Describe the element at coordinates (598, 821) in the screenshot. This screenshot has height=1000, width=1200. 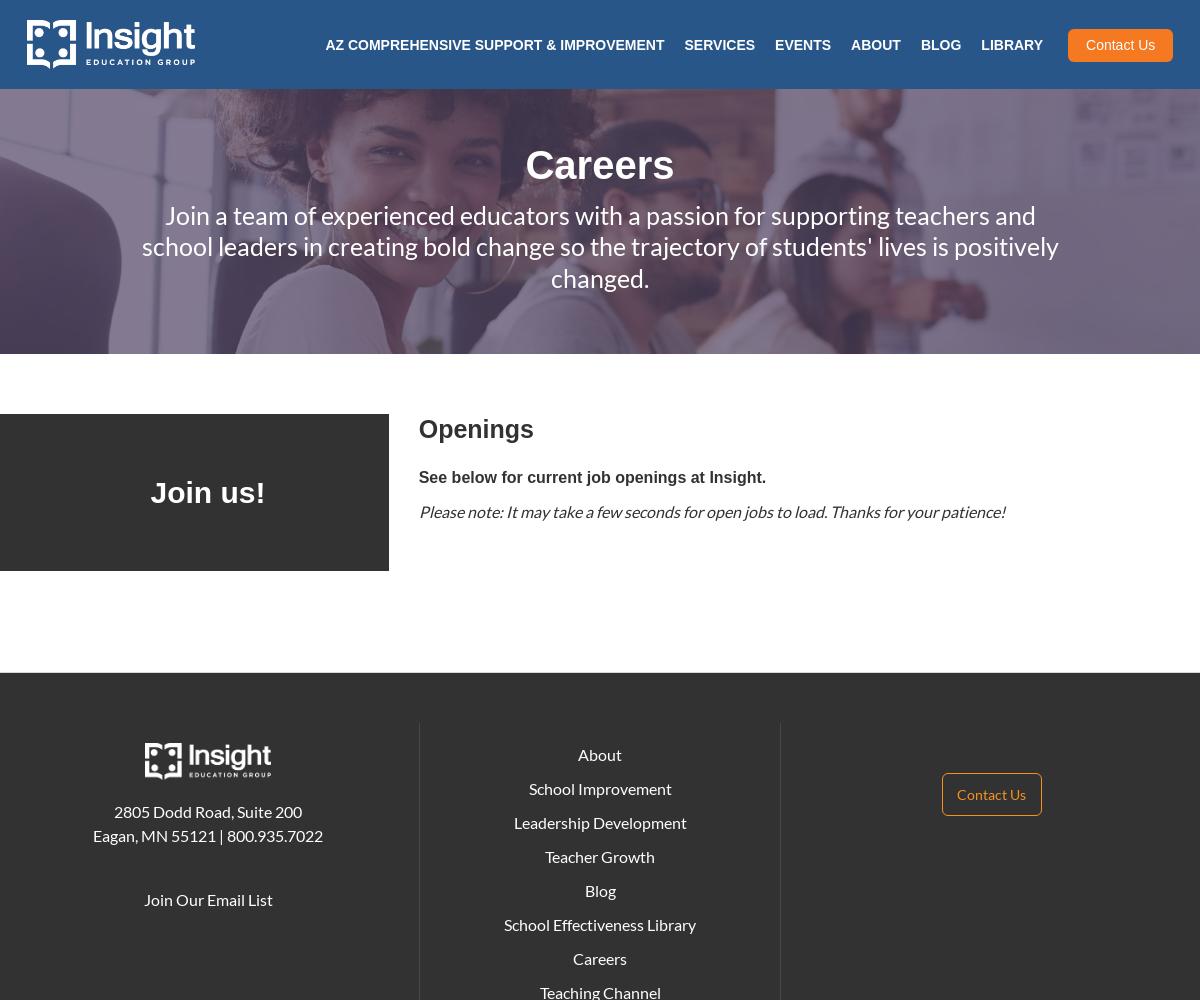
I see `'Leadership Development'` at that location.